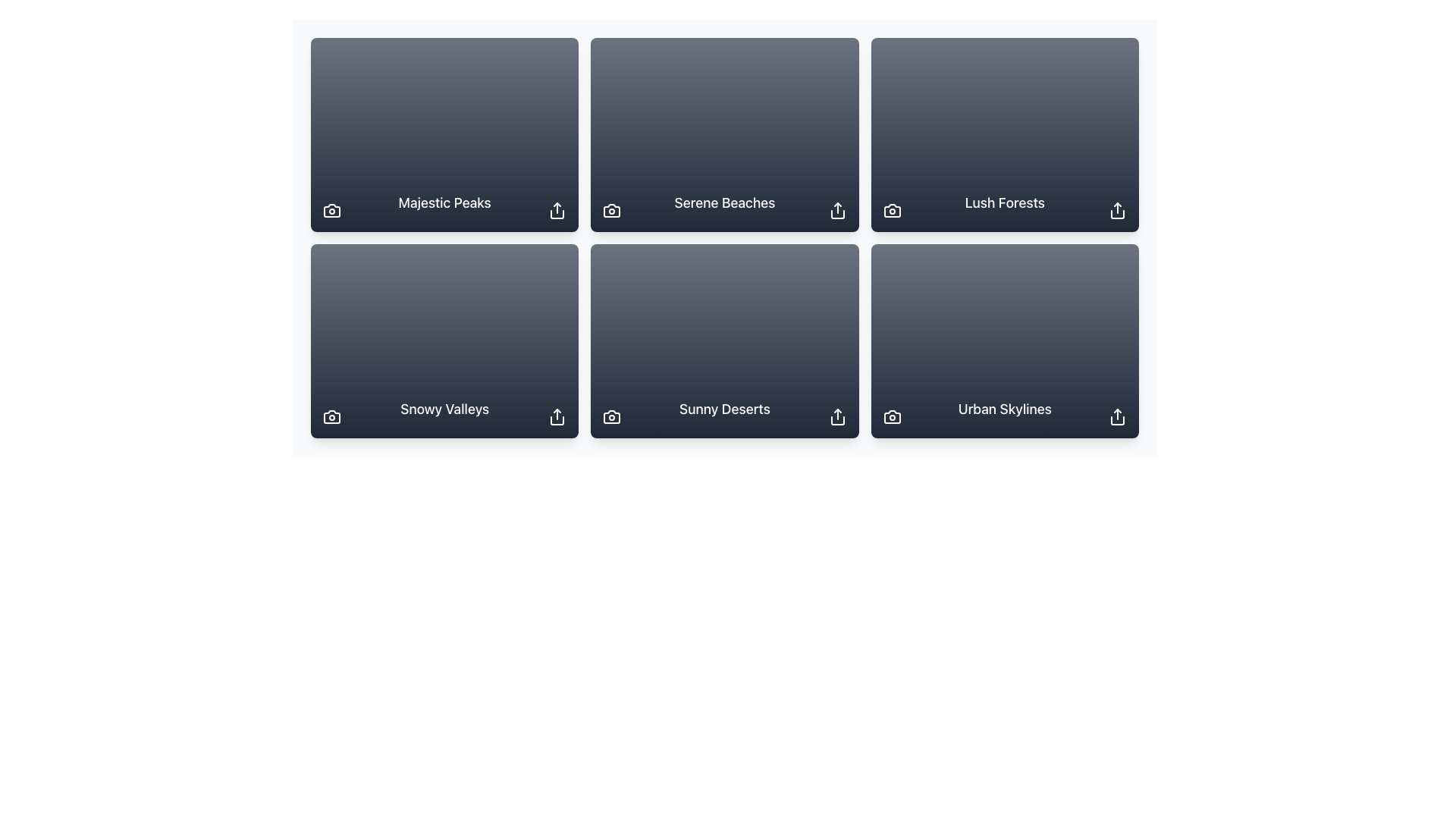 This screenshot has width=1456, height=819. I want to click on the camera icon located, so click(892, 210).